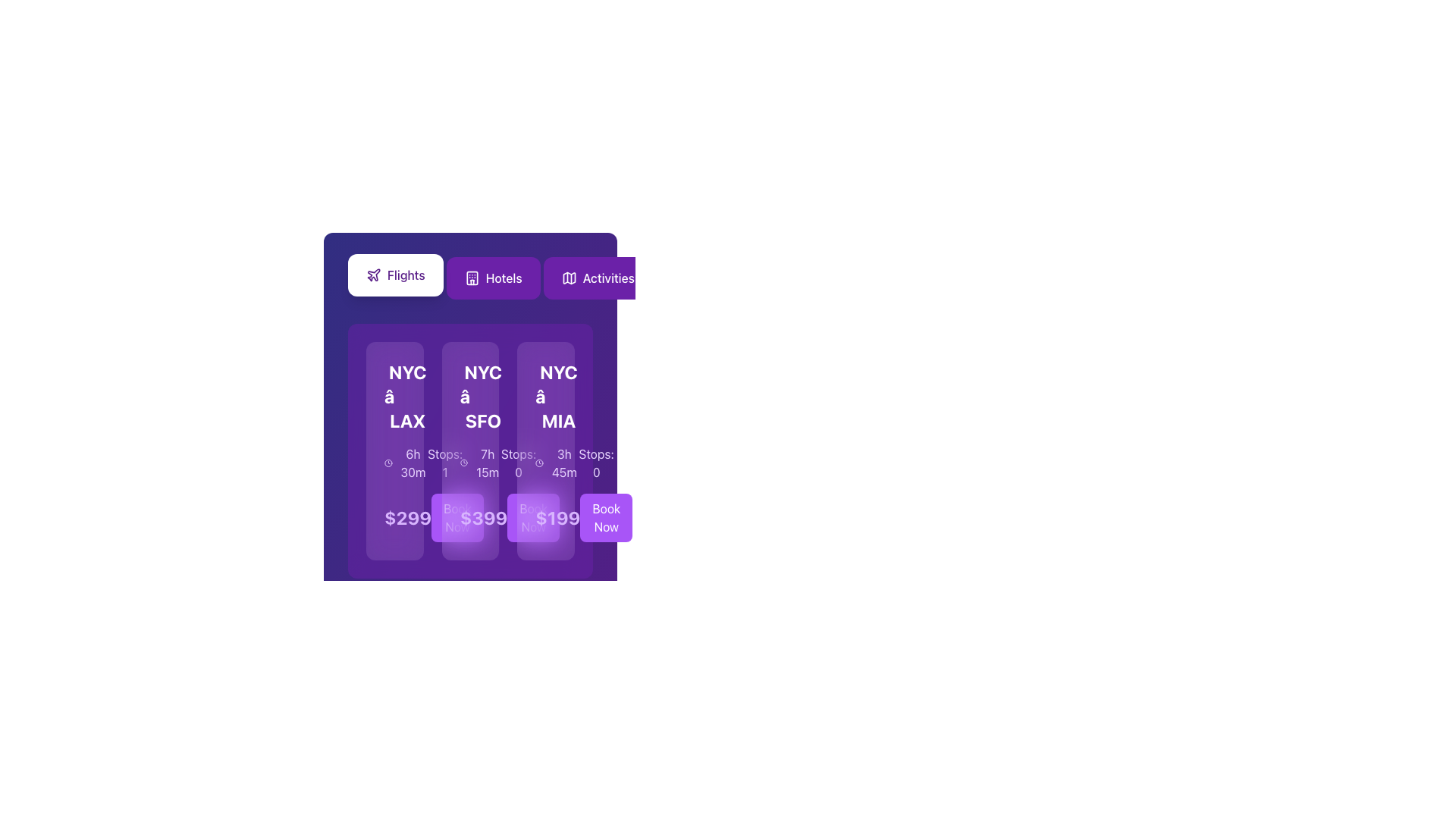 The width and height of the screenshot is (1456, 819). What do you see at coordinates (374, 275) in the screenshot?
I see `the 'Flights' navigation tab icon located to the left of the 'Flights' tab button in the navigation bar` at bounding box center [374, 275].